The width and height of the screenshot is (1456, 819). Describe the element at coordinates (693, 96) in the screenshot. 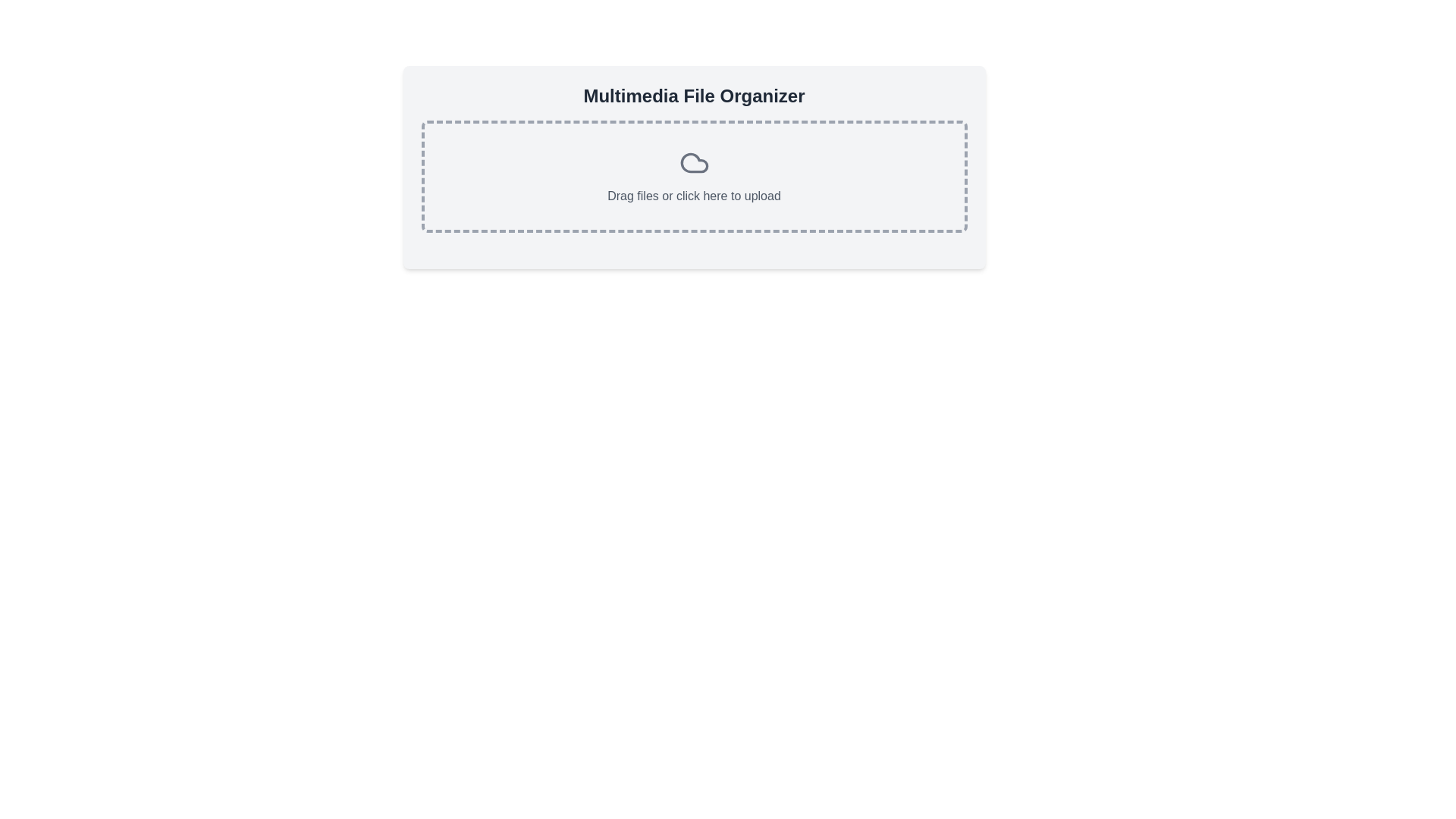

I see `the static text element that serves as a title or header for organizing multimedia files, located at the top of the layout` at that location.